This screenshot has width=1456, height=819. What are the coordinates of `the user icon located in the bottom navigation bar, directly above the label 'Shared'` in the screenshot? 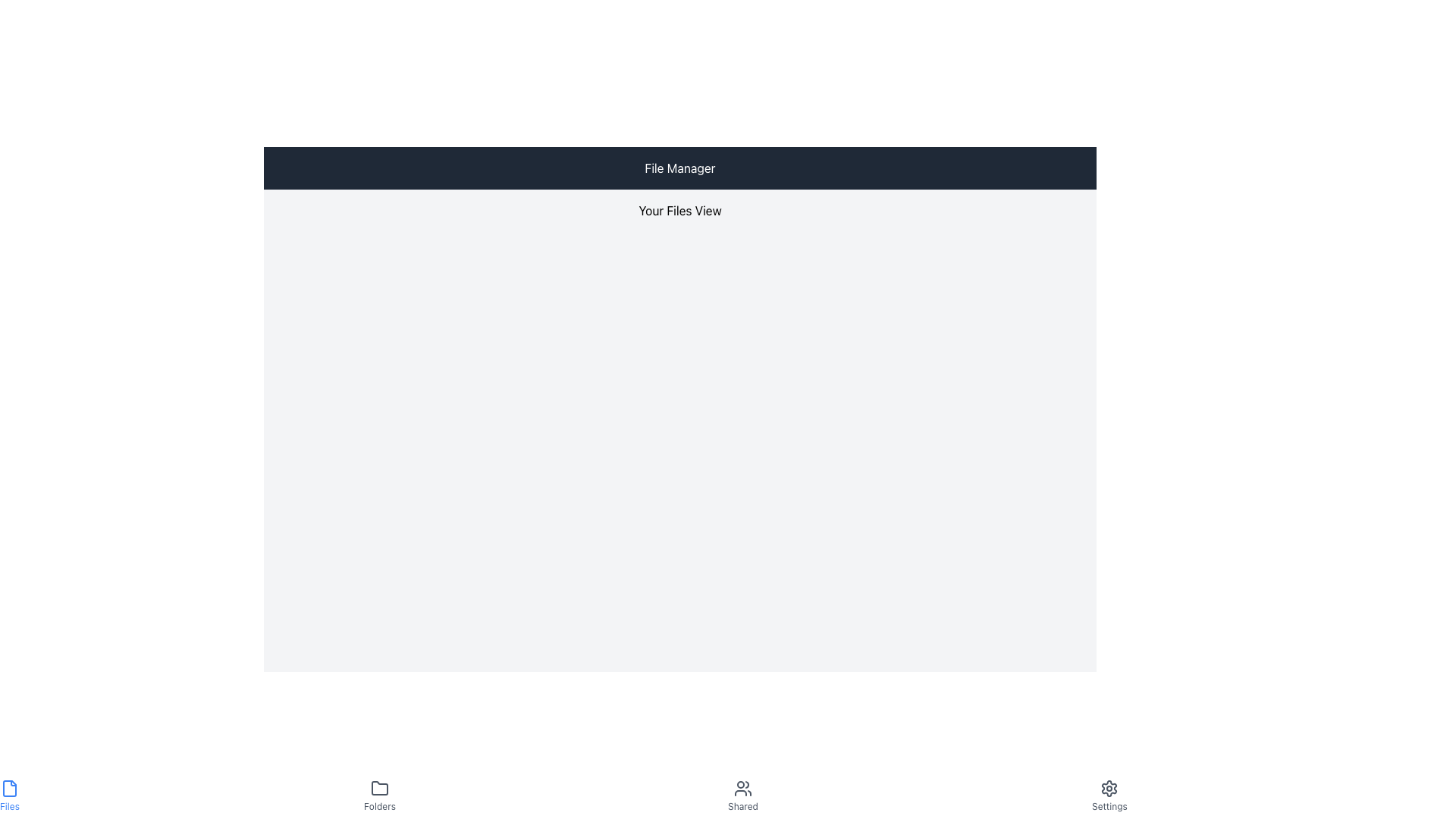 It's located at (742, 788).